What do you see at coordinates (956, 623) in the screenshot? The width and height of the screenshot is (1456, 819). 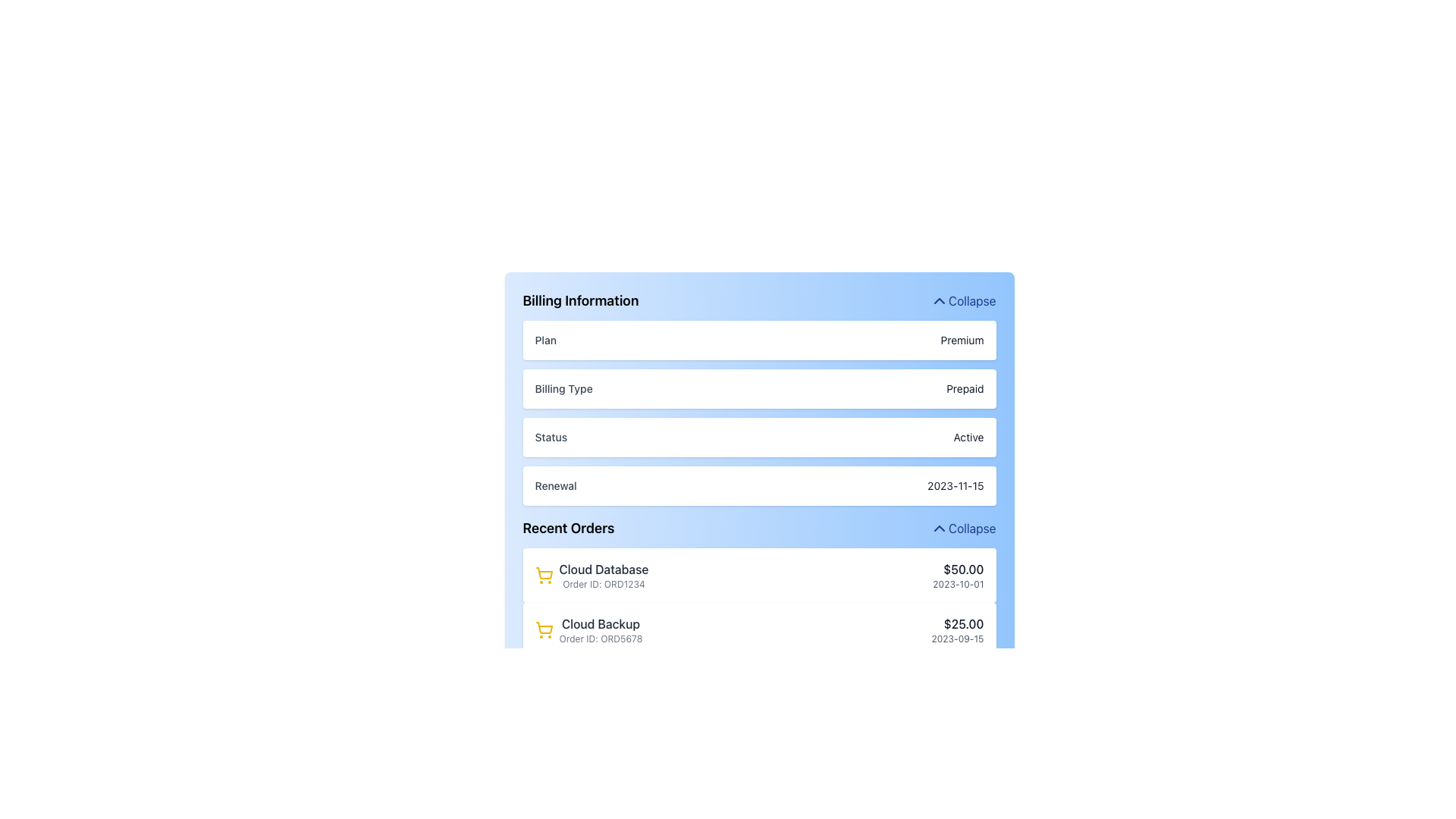 I see `the text element displaying the value '$25.00' in the 'Recent Orders' section, which is aligned to the right in the second order row` at bounding box center [956, 623].